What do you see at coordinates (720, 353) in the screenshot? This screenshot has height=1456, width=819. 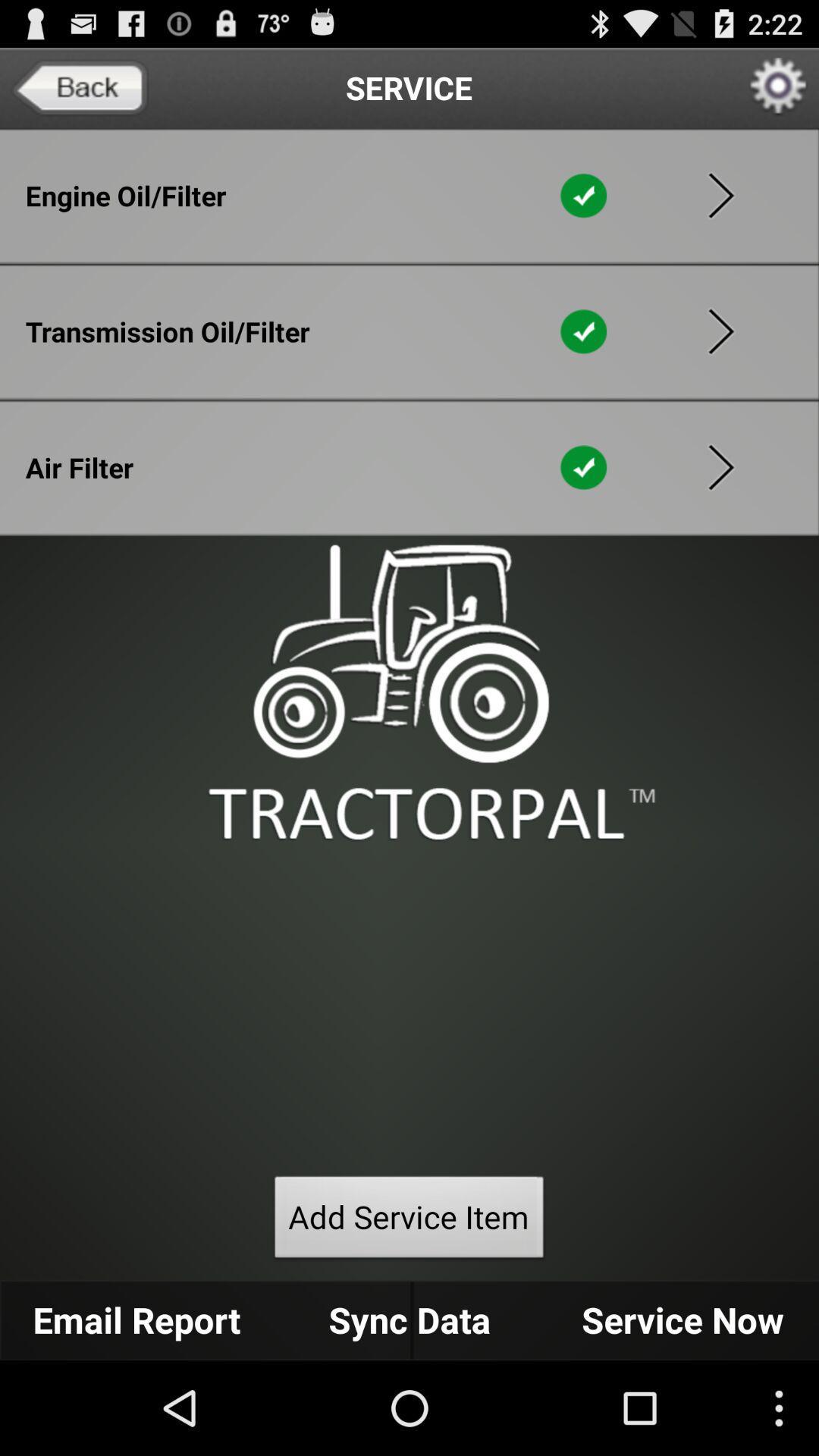 I see `the play icon` at bounding box center [720, 353].